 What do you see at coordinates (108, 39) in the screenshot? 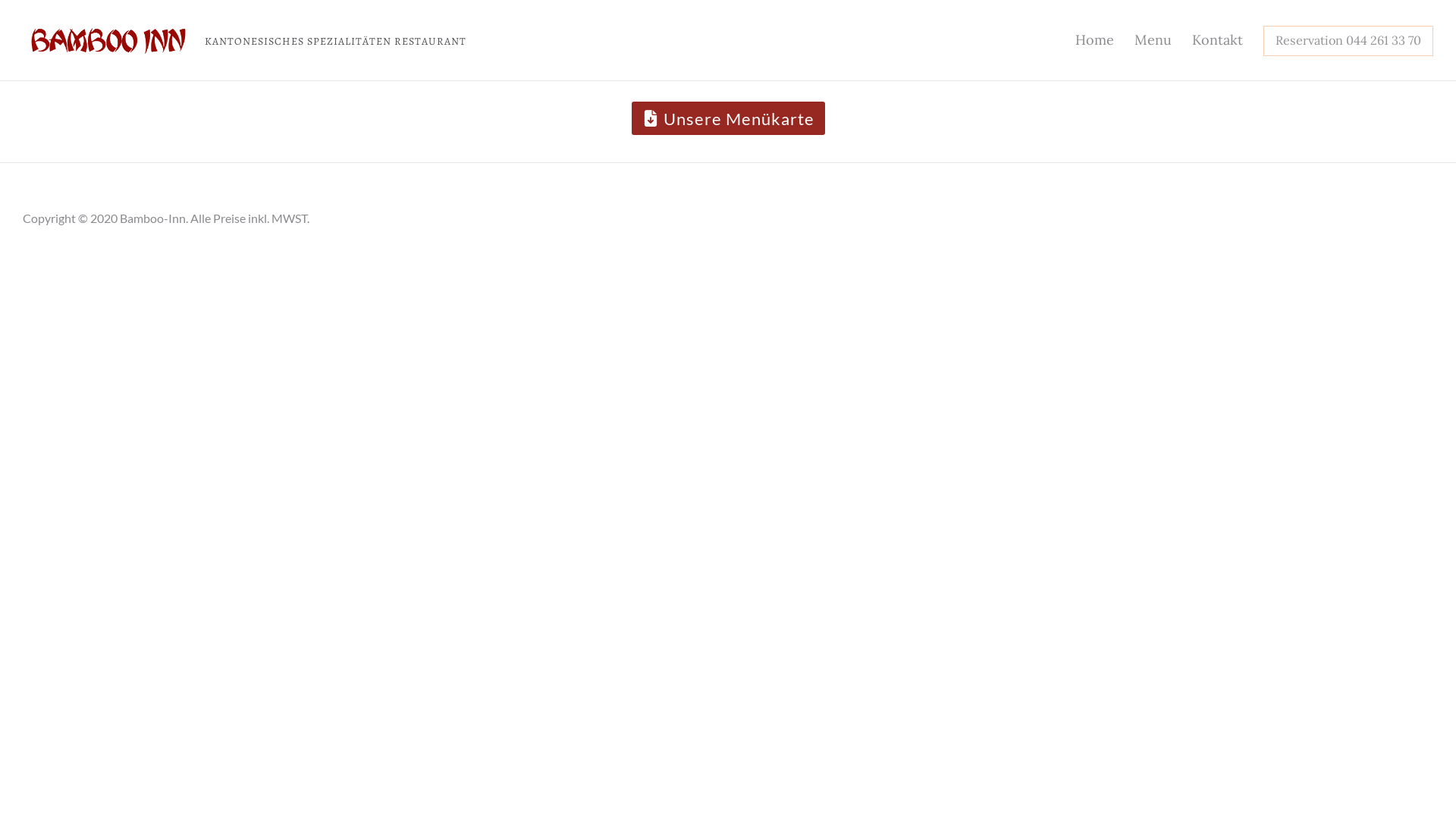
I see `'logo'` at bounding box center [108, 39].